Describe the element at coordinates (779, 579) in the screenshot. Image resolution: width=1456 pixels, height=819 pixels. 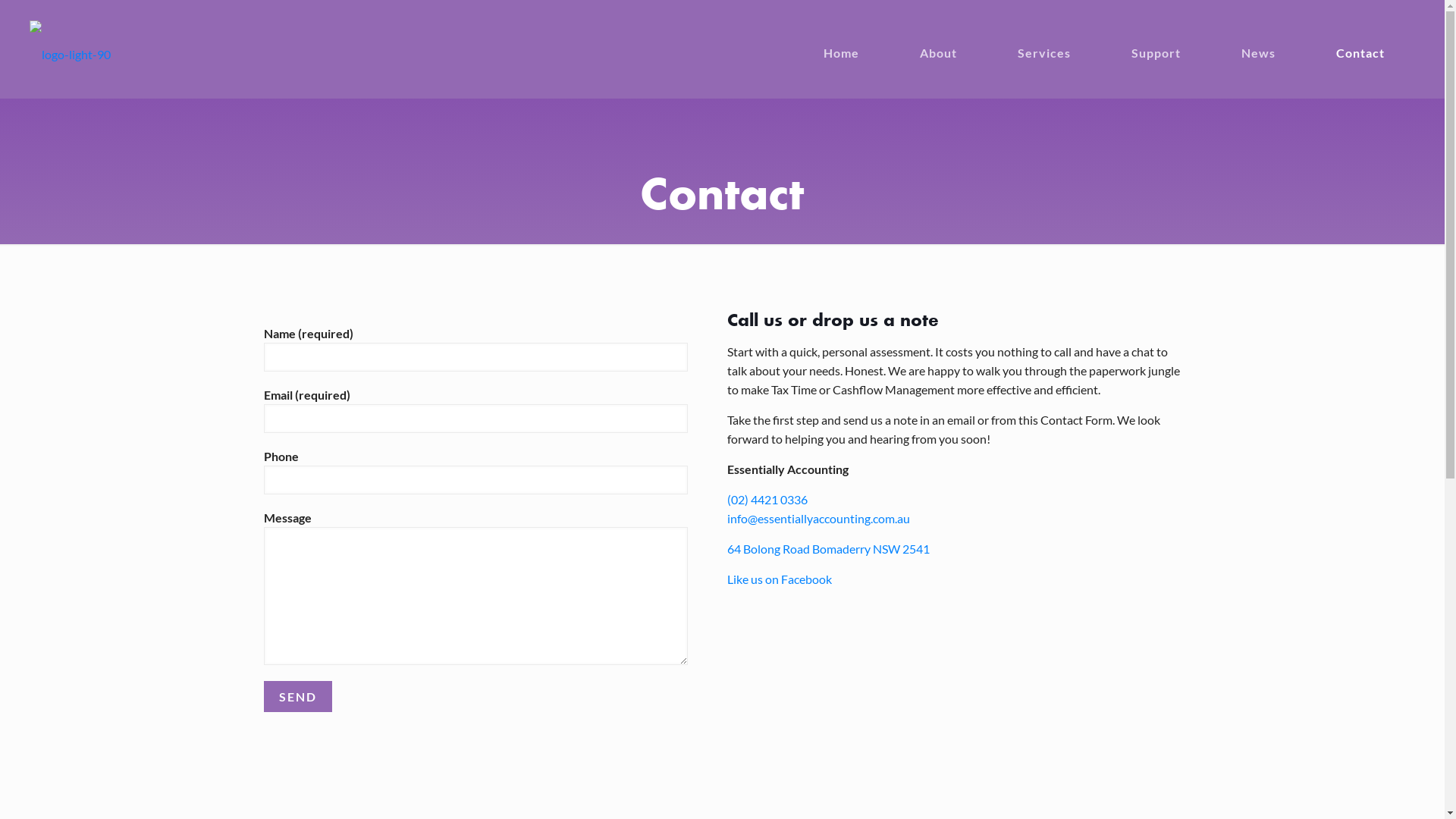
I see `'Like us on Facebook'` at that location.